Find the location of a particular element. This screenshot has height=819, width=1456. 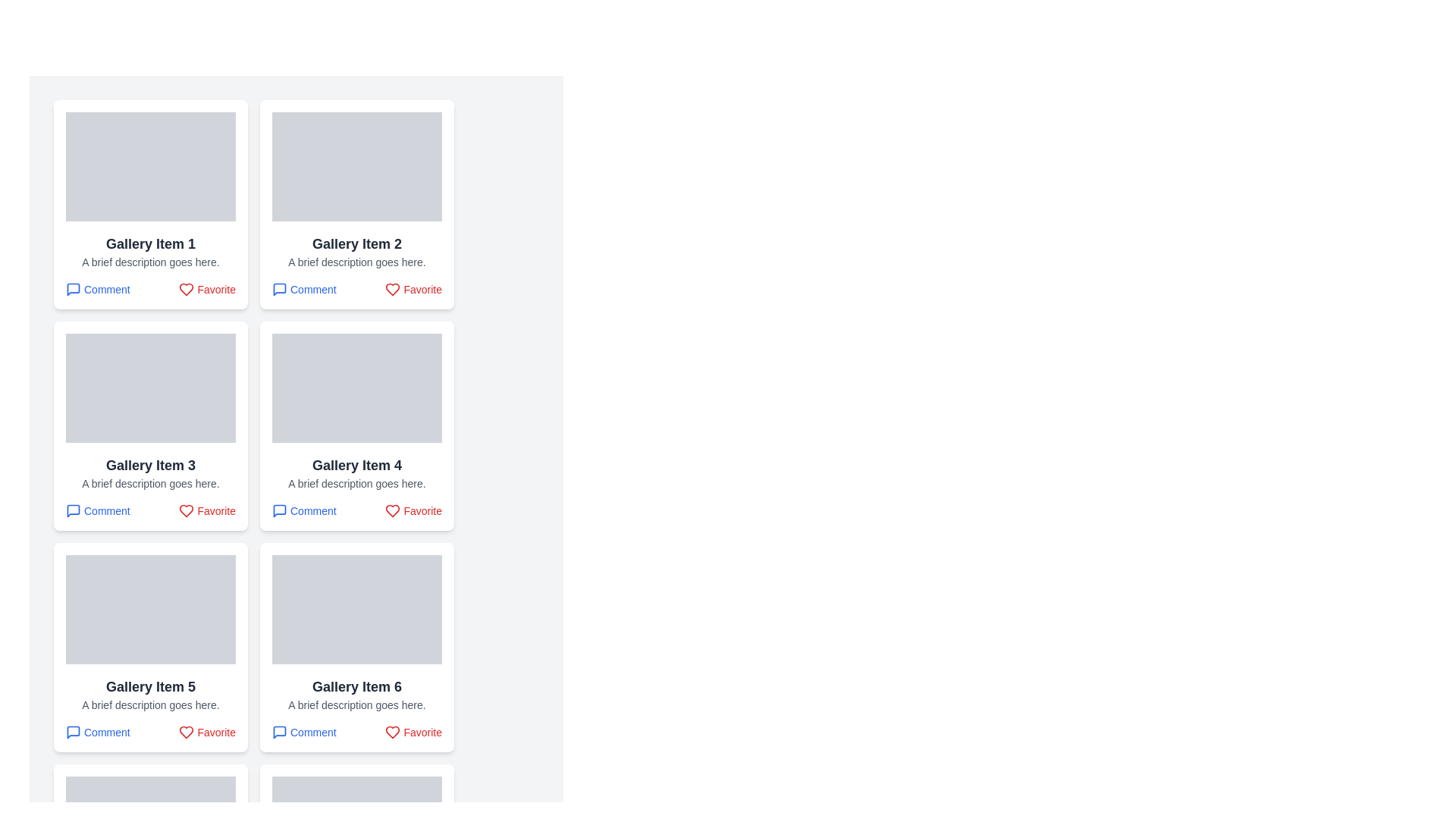

the message square outline icon with a thin blue stroke, located to the left of the text 'Comment' beneath the card titled 'Gallery Item 2' in the second column of the grid is located at coordinates (280, 289).